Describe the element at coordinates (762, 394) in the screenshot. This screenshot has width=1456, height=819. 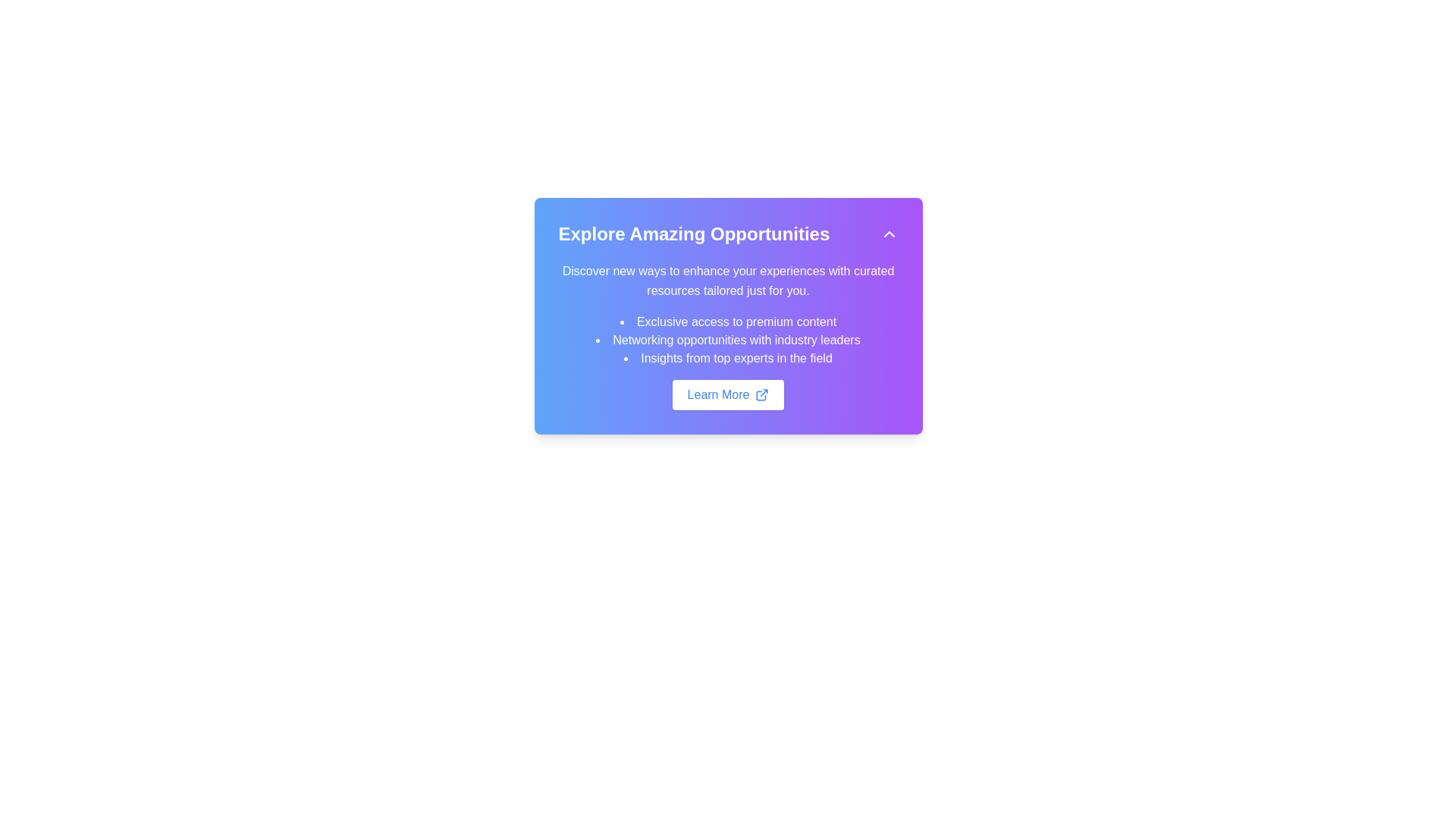
I see `the external link icon located within the 'Learn More' button at the center-bottom of the card` at that location.